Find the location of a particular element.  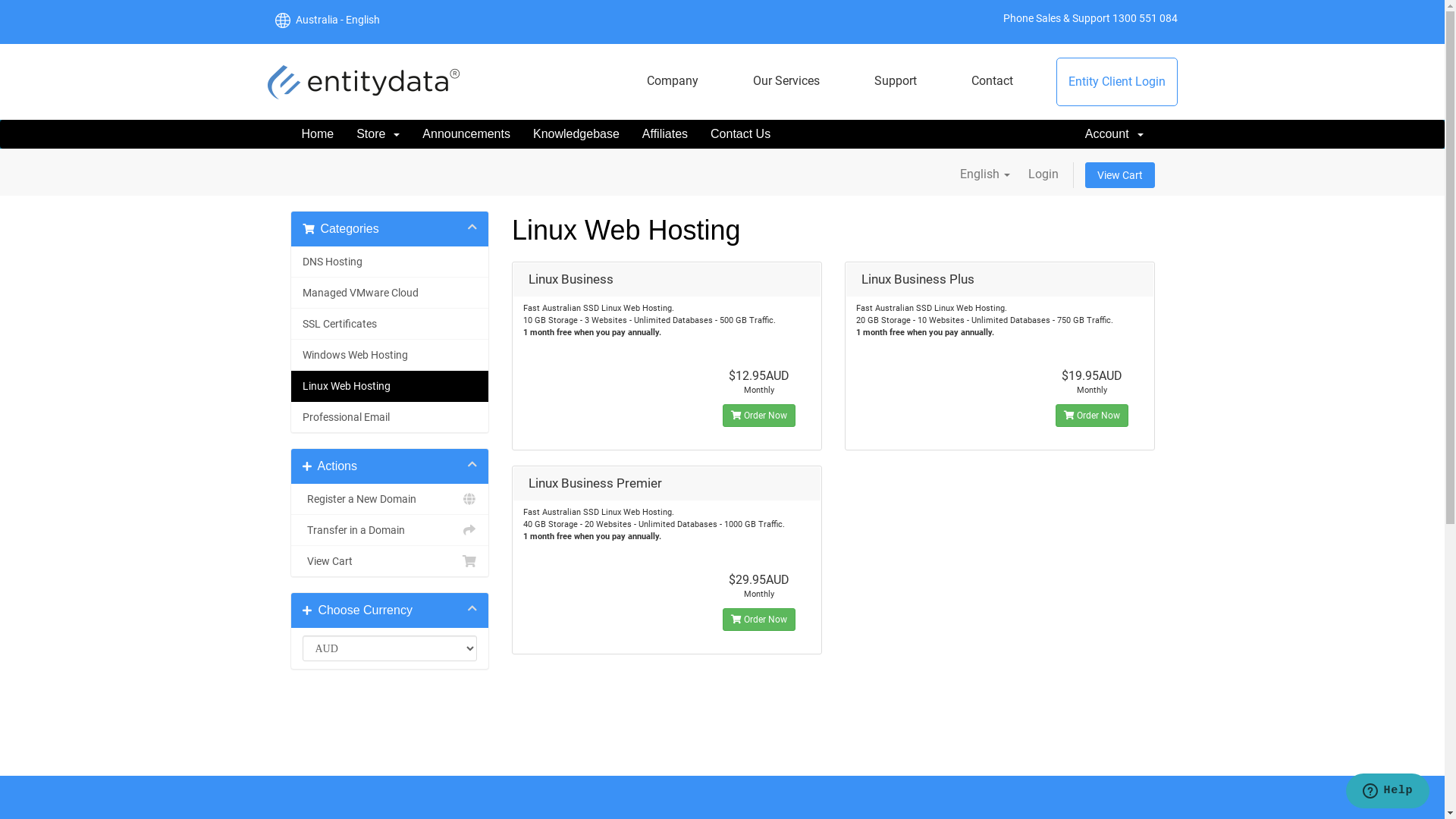

'Announcements' is located at coordinates (465, 133).